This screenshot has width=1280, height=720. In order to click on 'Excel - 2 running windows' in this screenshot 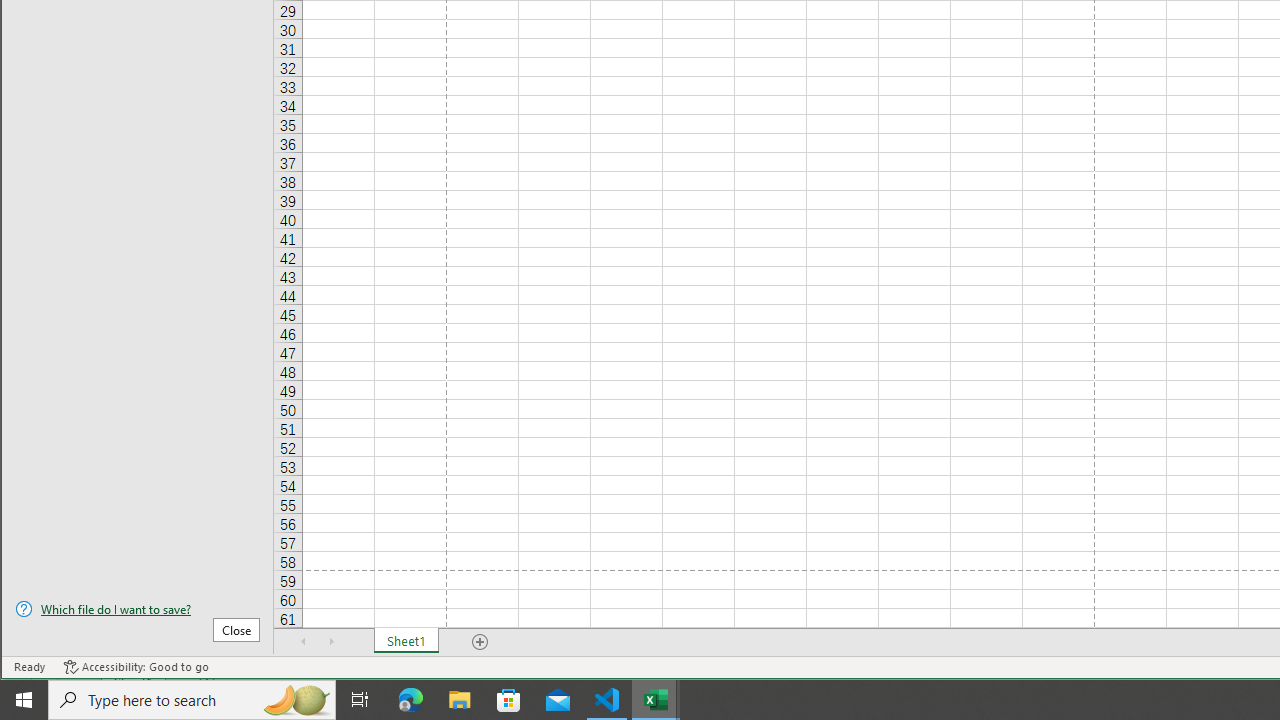, I will do `click(656, 698)`.